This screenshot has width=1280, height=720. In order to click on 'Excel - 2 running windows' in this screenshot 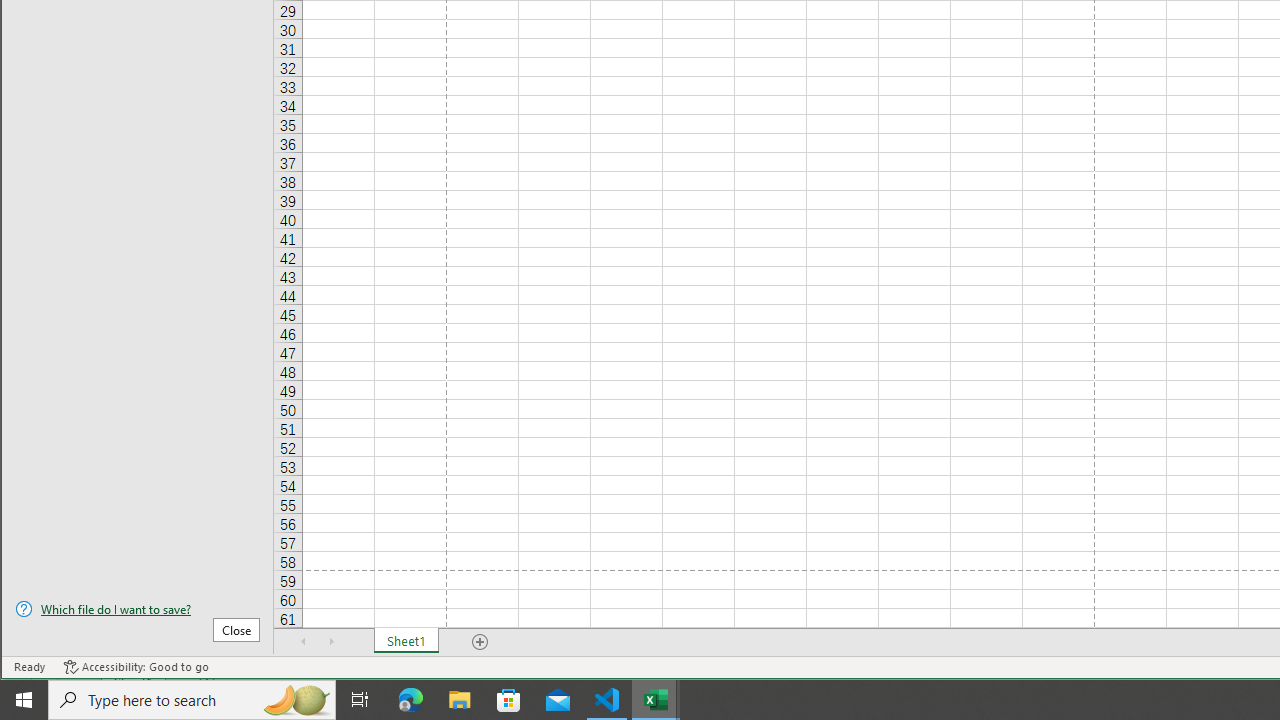, I will do `click(656, 698)`.